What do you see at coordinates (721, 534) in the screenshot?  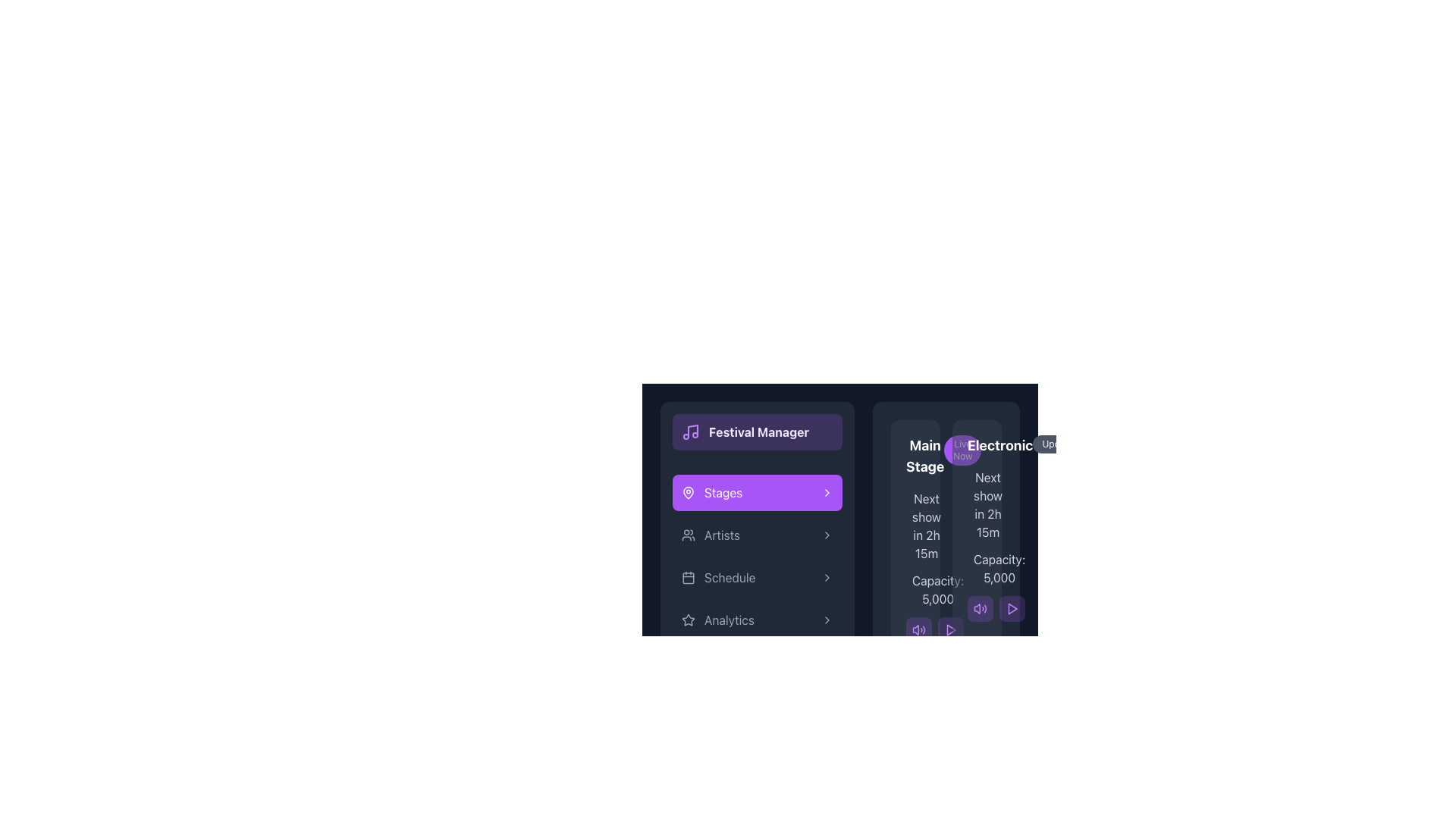 I see `the 'Artists' text label, which is the second item in the vertical list under the purple-highlighted 'Stages' button in the left sidebar` at bounding box center [721, 534].